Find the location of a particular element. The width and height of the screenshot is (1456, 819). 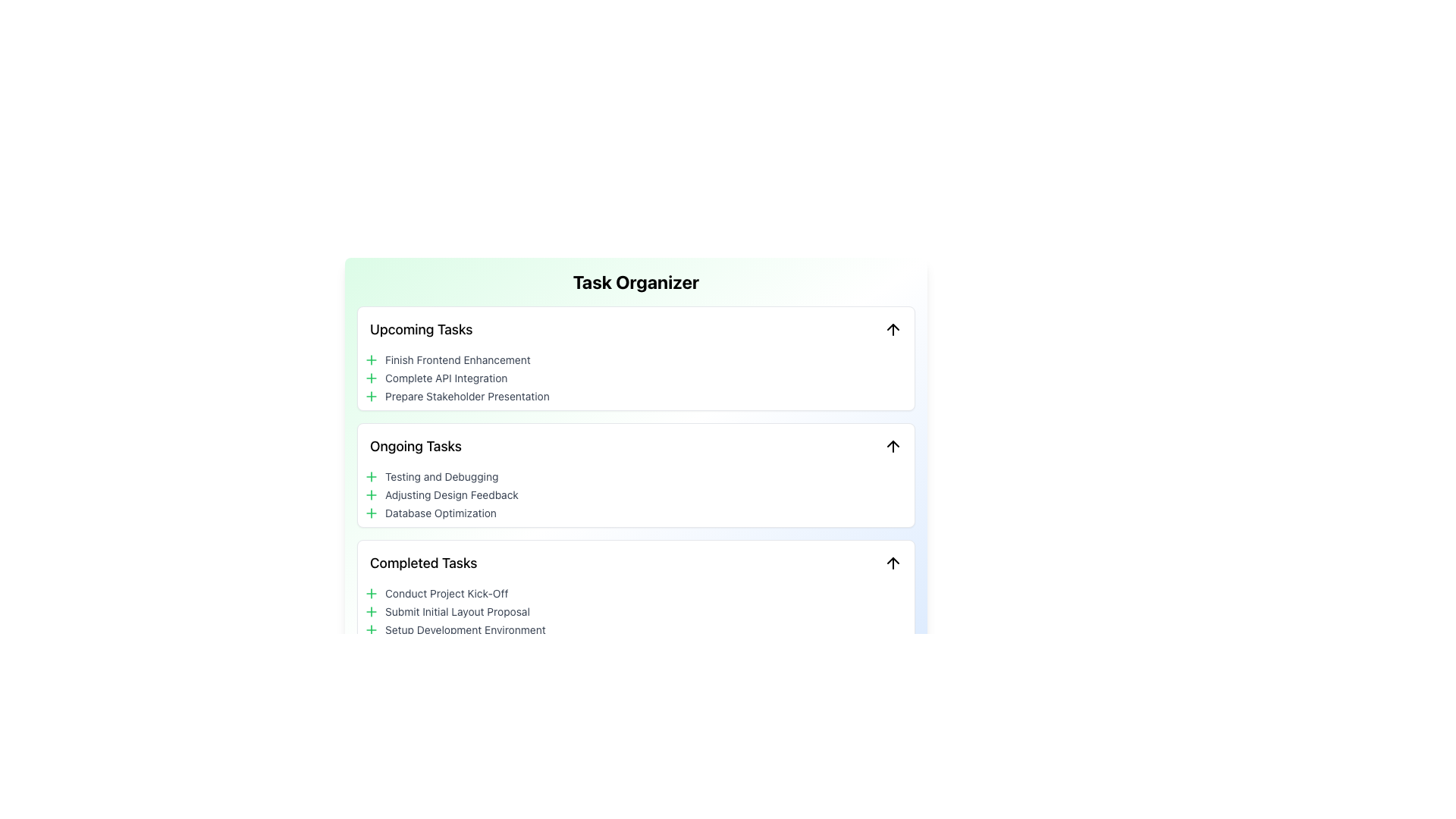

the button that expands or adds a task related to 'Testing and Debugging' in the 'Ongoing Tasks' section is located at coordinates (371, 475).